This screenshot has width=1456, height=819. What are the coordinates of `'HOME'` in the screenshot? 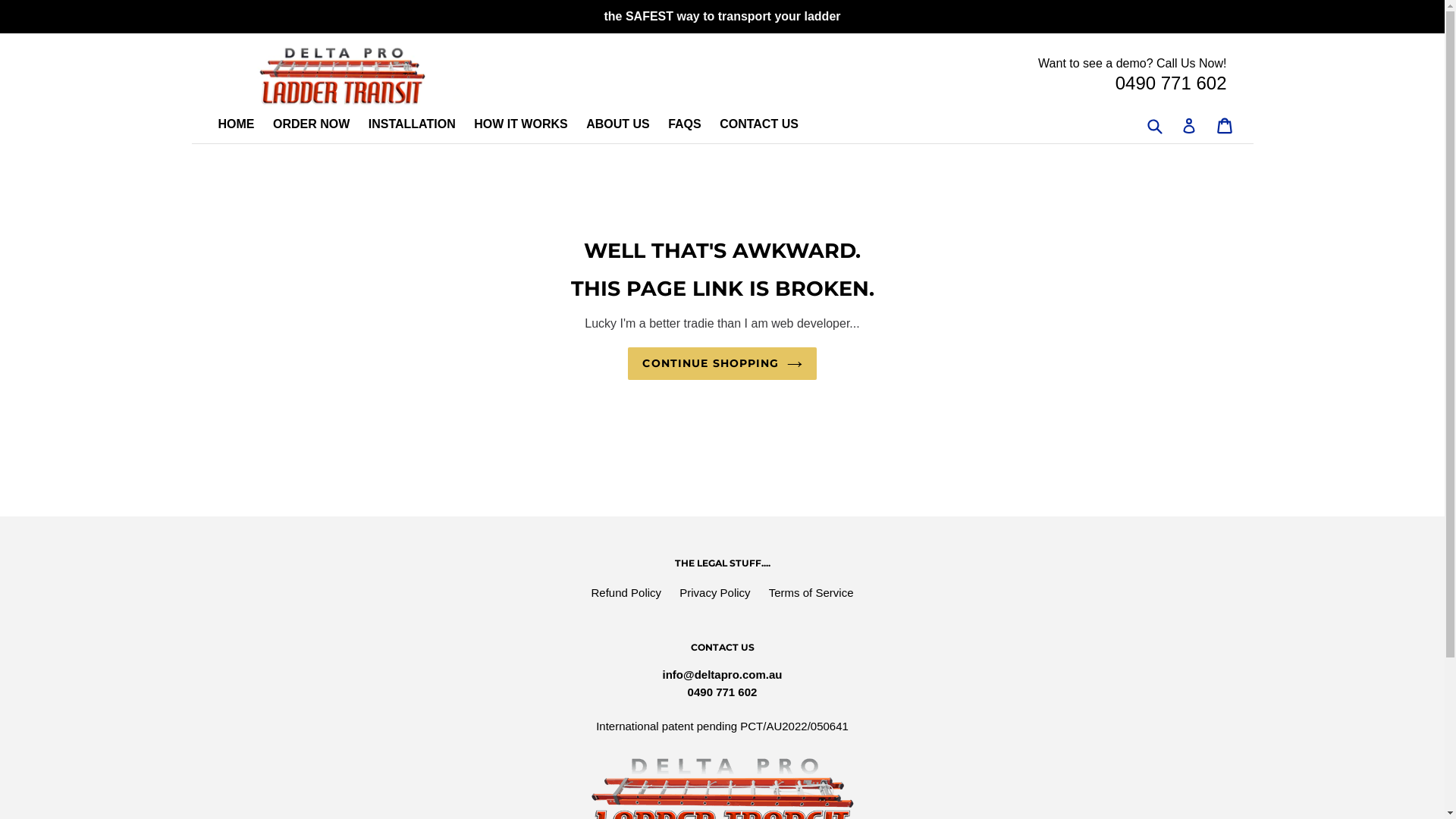 It's located at (243, 124).